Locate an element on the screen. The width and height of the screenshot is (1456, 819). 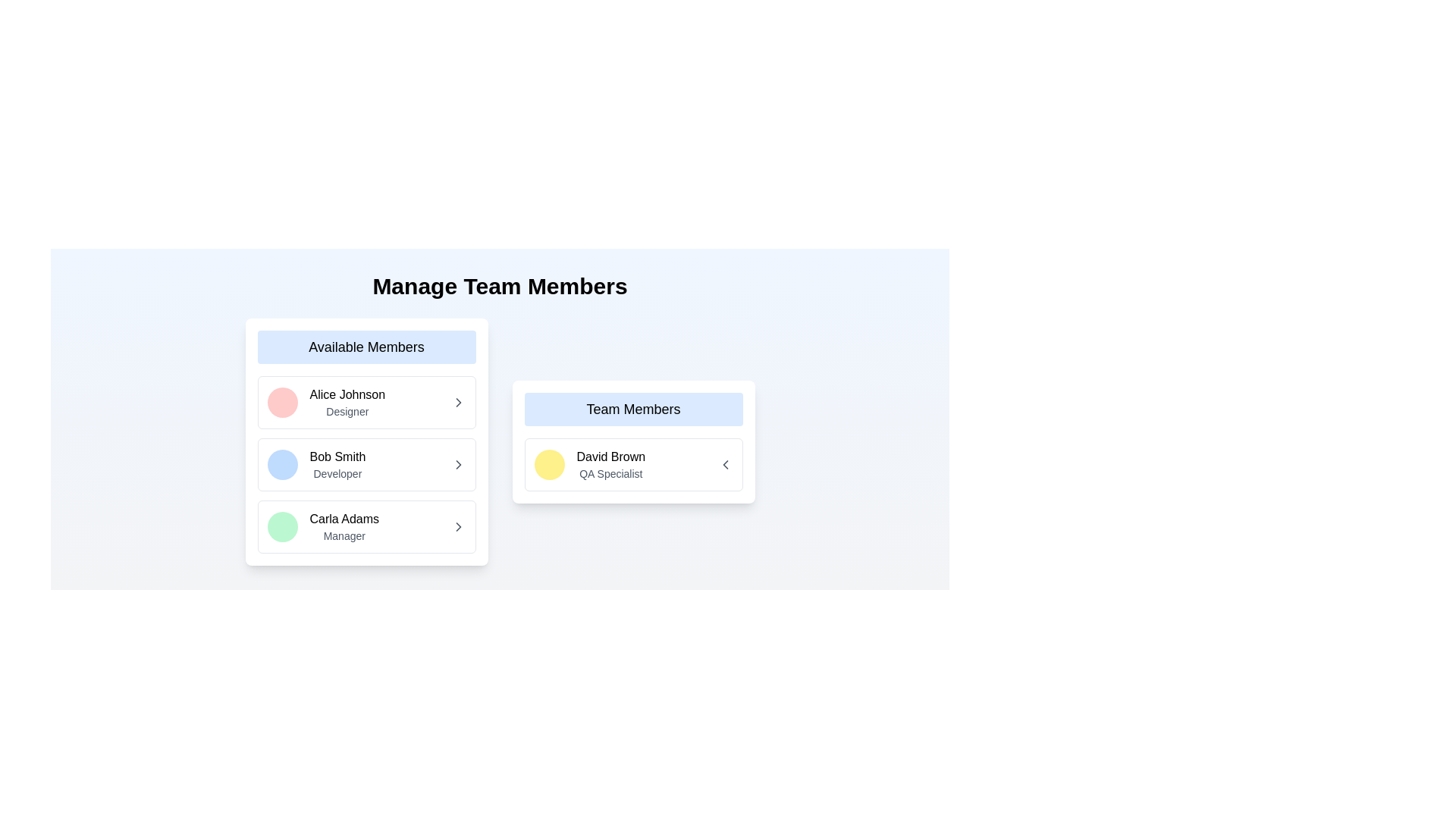
to select the team member 'David Brown' from the list item featuring a yellow avatar and text information in the 'Team Members' section is located at coordinates (588, 464).